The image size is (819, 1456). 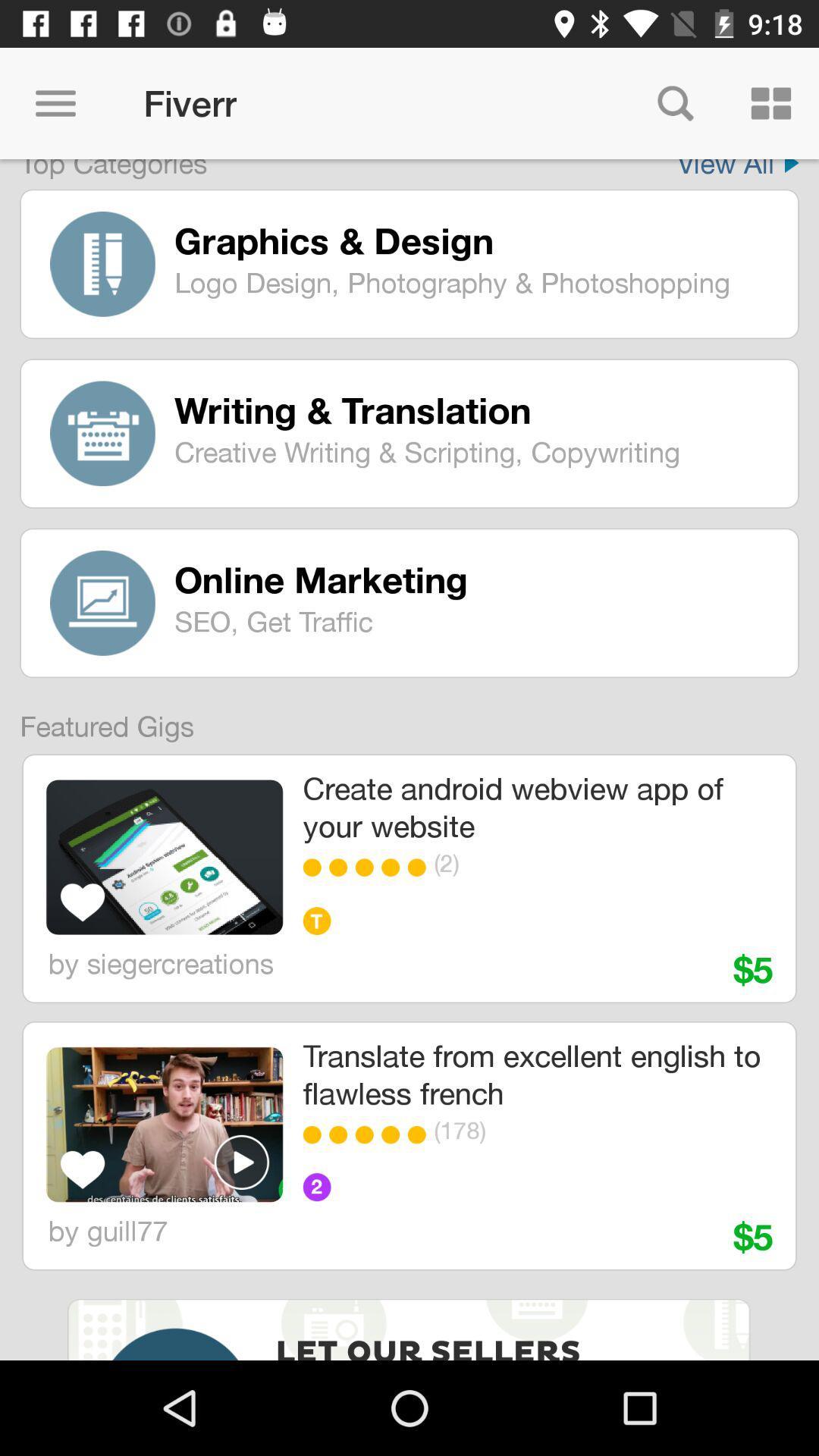 What do you see at coordinates (102, 264) in the screenshot?
I see `the logo which is left hand side of graphics  design` at bounding box center [102, 264].